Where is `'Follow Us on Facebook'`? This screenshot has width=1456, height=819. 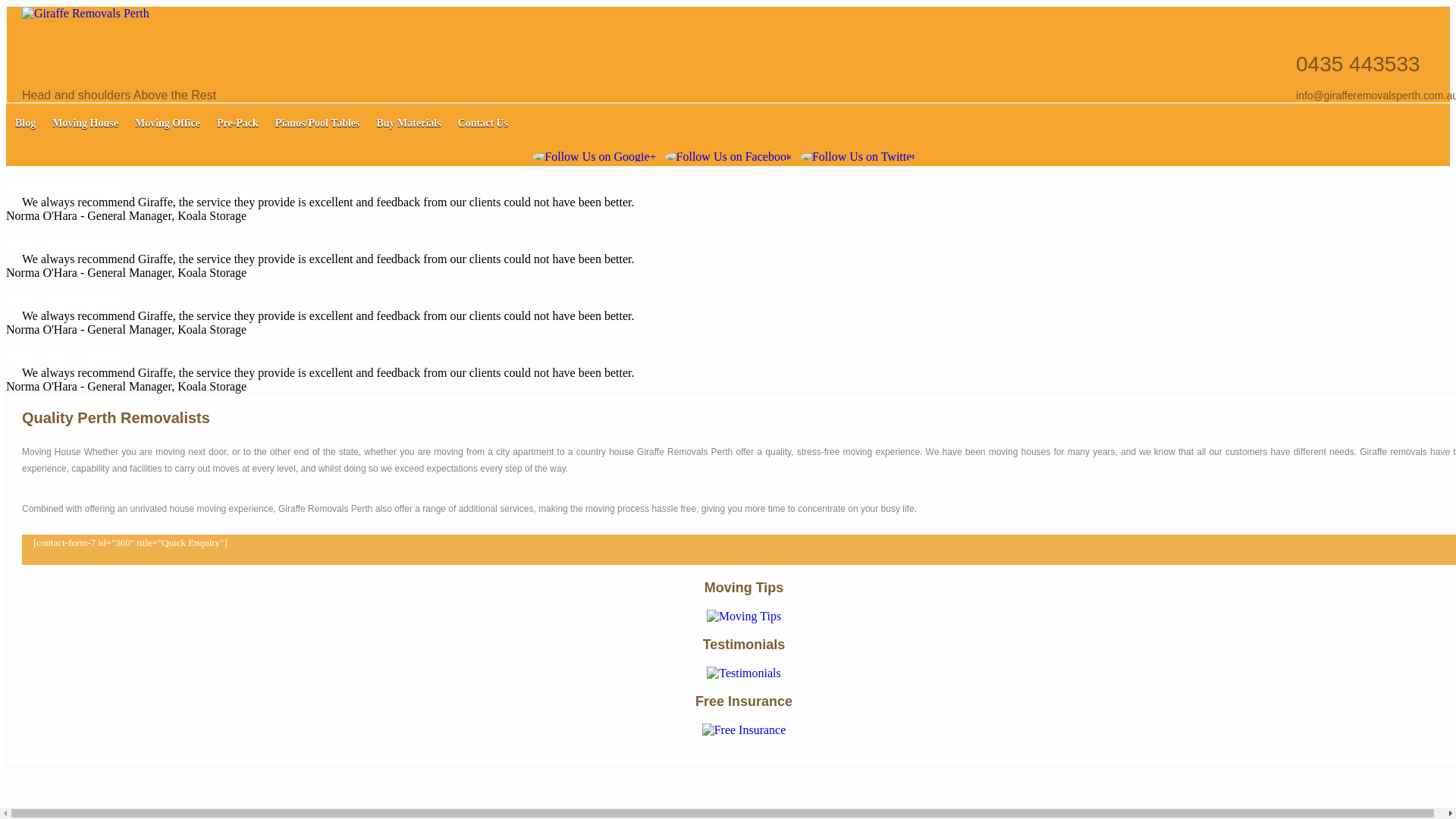 'Follow Us on Facebook' is located at coordinates (728, 157).